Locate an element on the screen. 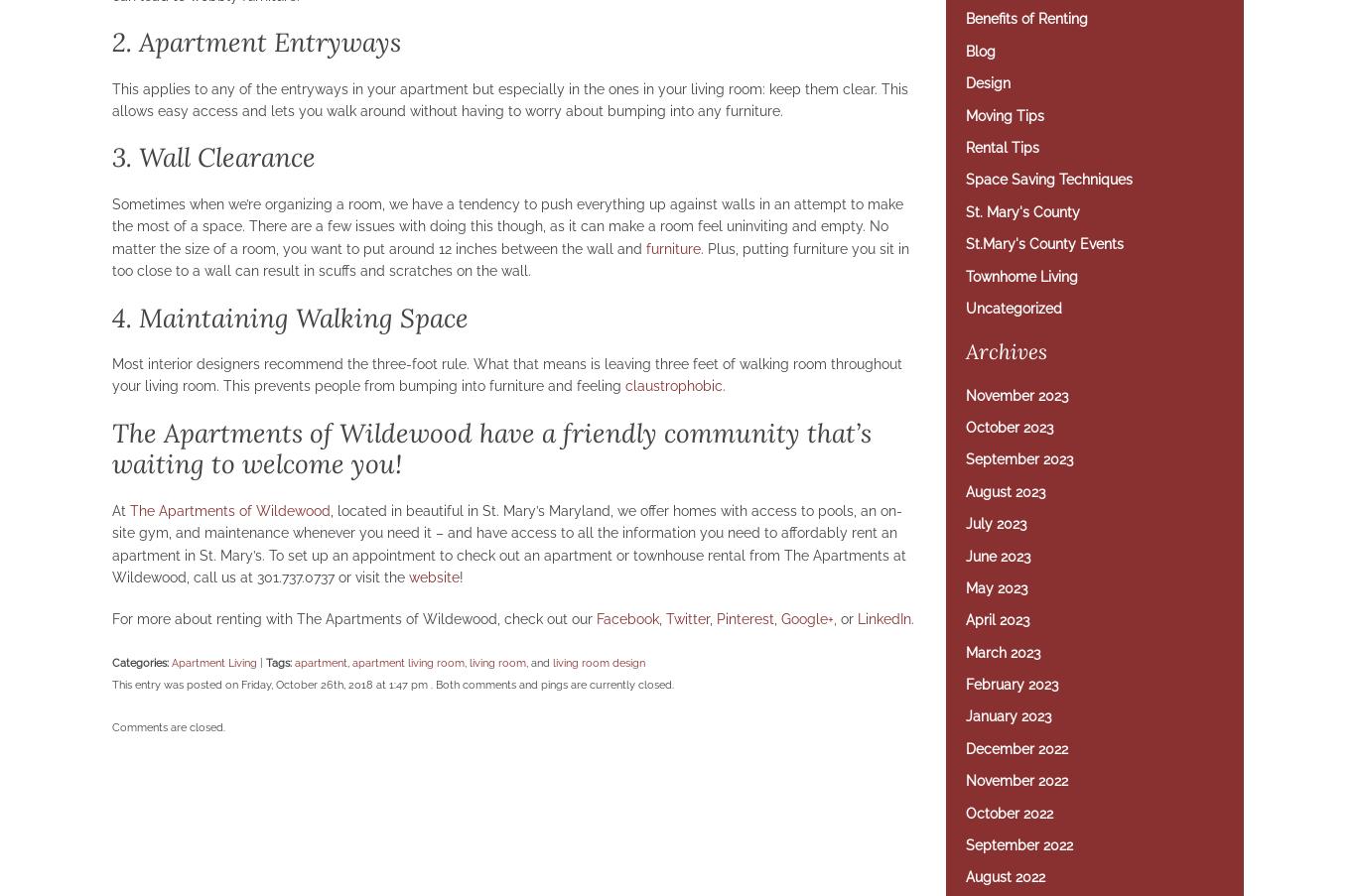 The width and height of the screenshot is (1356, 896). 'apartment living room' is located at coordinates (407, 660).